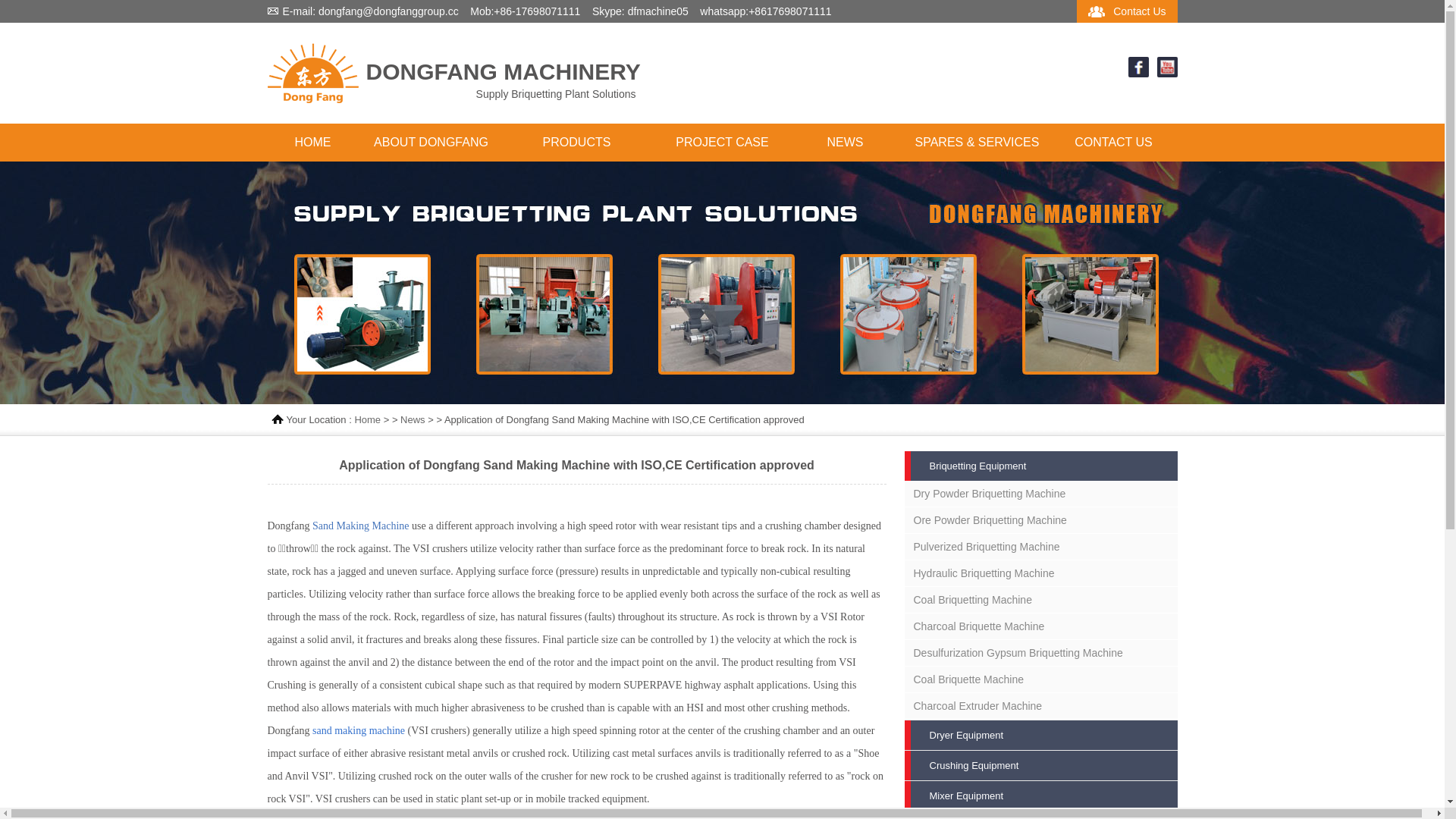  What do you see at coordinates (429, 143) in the screenshot?
I see `'ABOUT DONGFANG'` at bounding box center [429, 143].